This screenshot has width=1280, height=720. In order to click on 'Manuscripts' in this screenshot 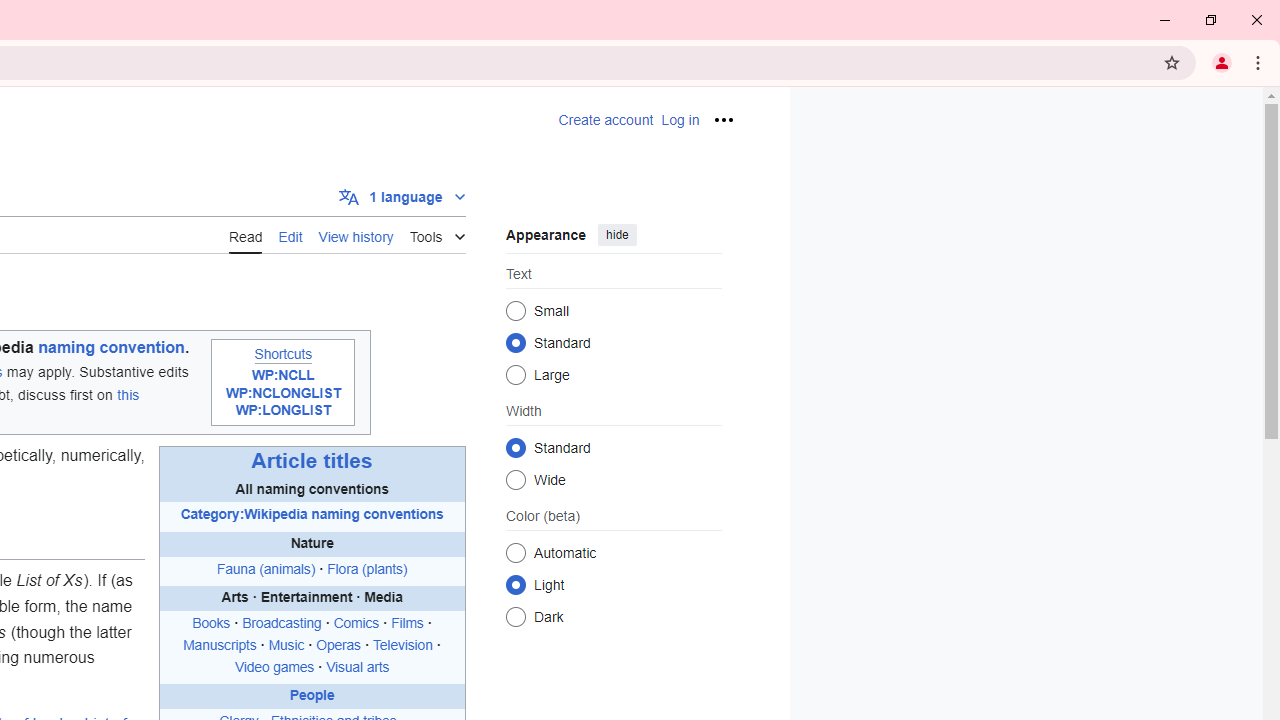, I will do `click(220, 645)`.